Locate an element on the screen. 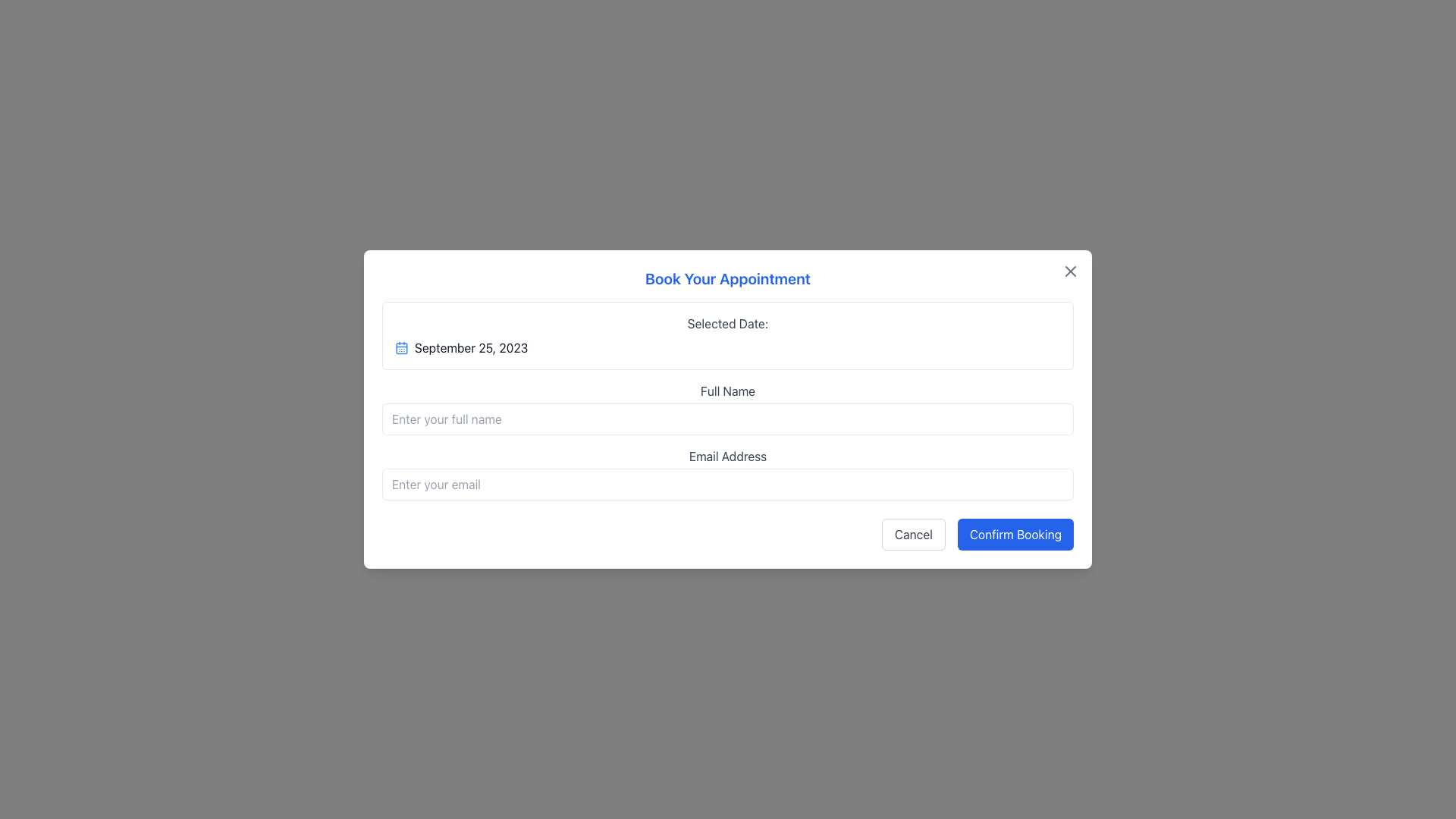 This screenshot has height=819, width=1456. the 'X' shaped icon button located at the top-right corner of the dialog box to change its color from gray to red is located at coordinates (1069, 271).